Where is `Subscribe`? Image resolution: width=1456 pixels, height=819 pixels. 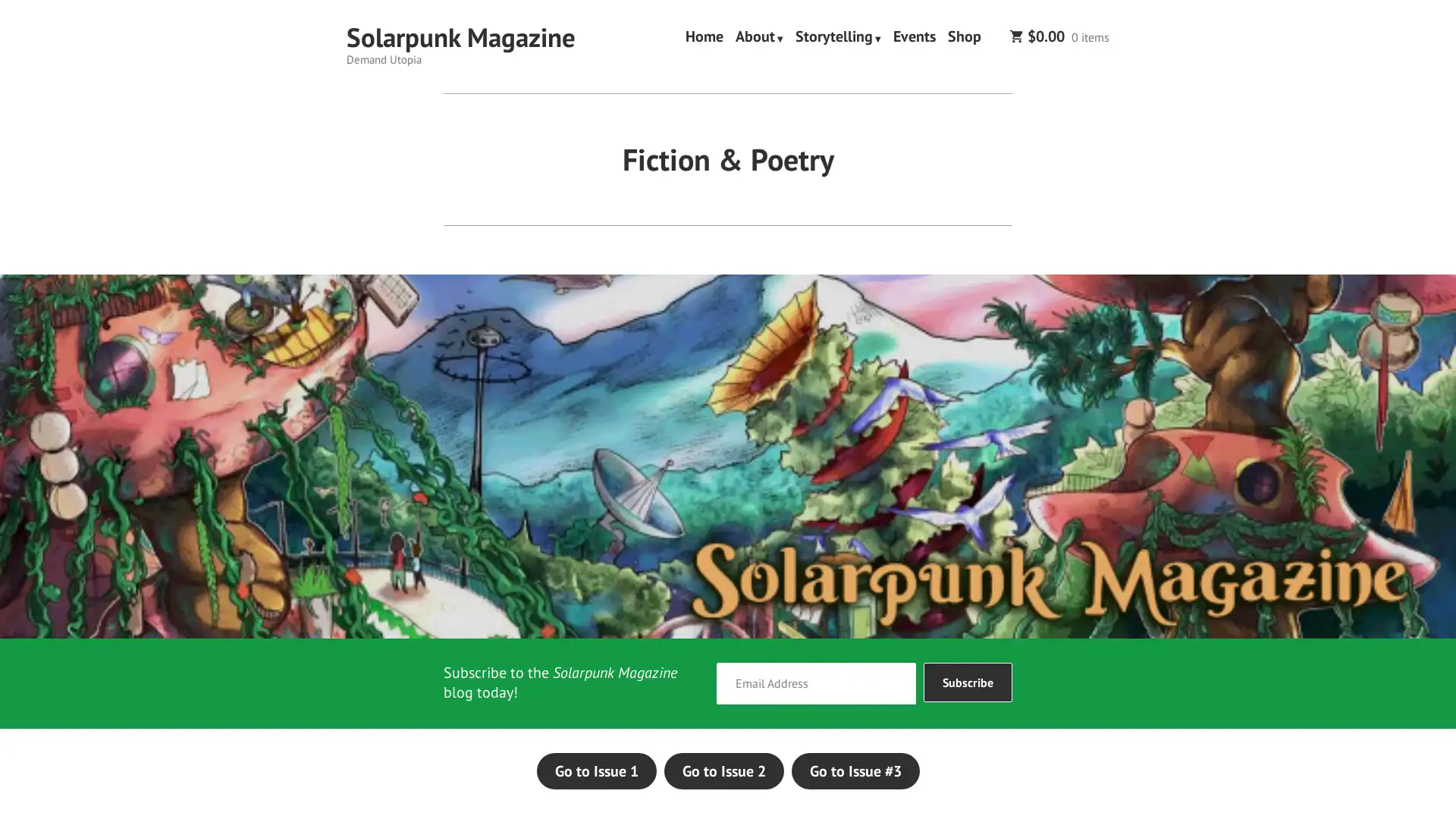 Subscribe is located at coordinates (967, 681).